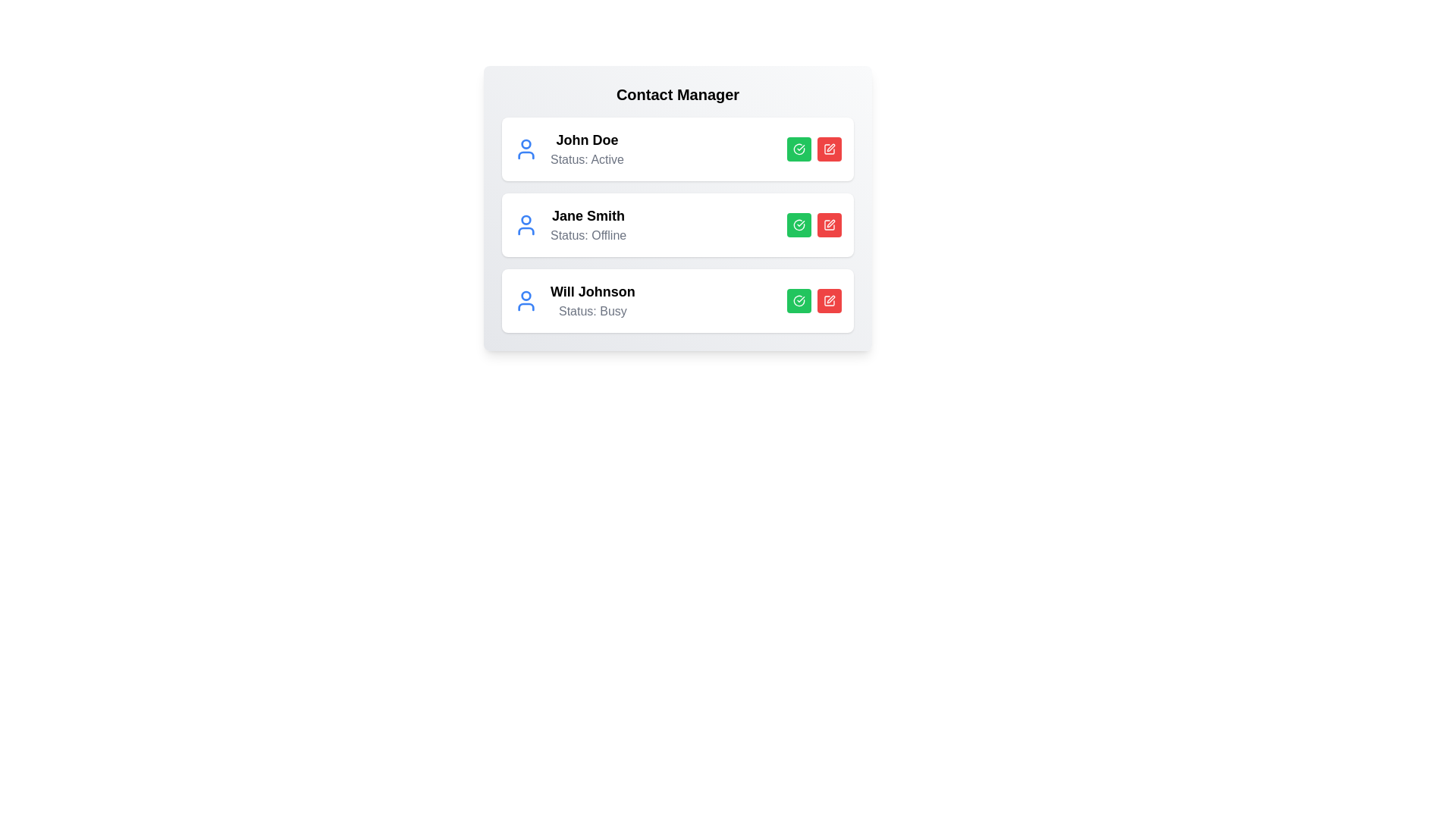  Describe the element at coordinates (799, 225) in the screenshot. I see `'Activate' button for the contact with name Jane Smith` at that location.